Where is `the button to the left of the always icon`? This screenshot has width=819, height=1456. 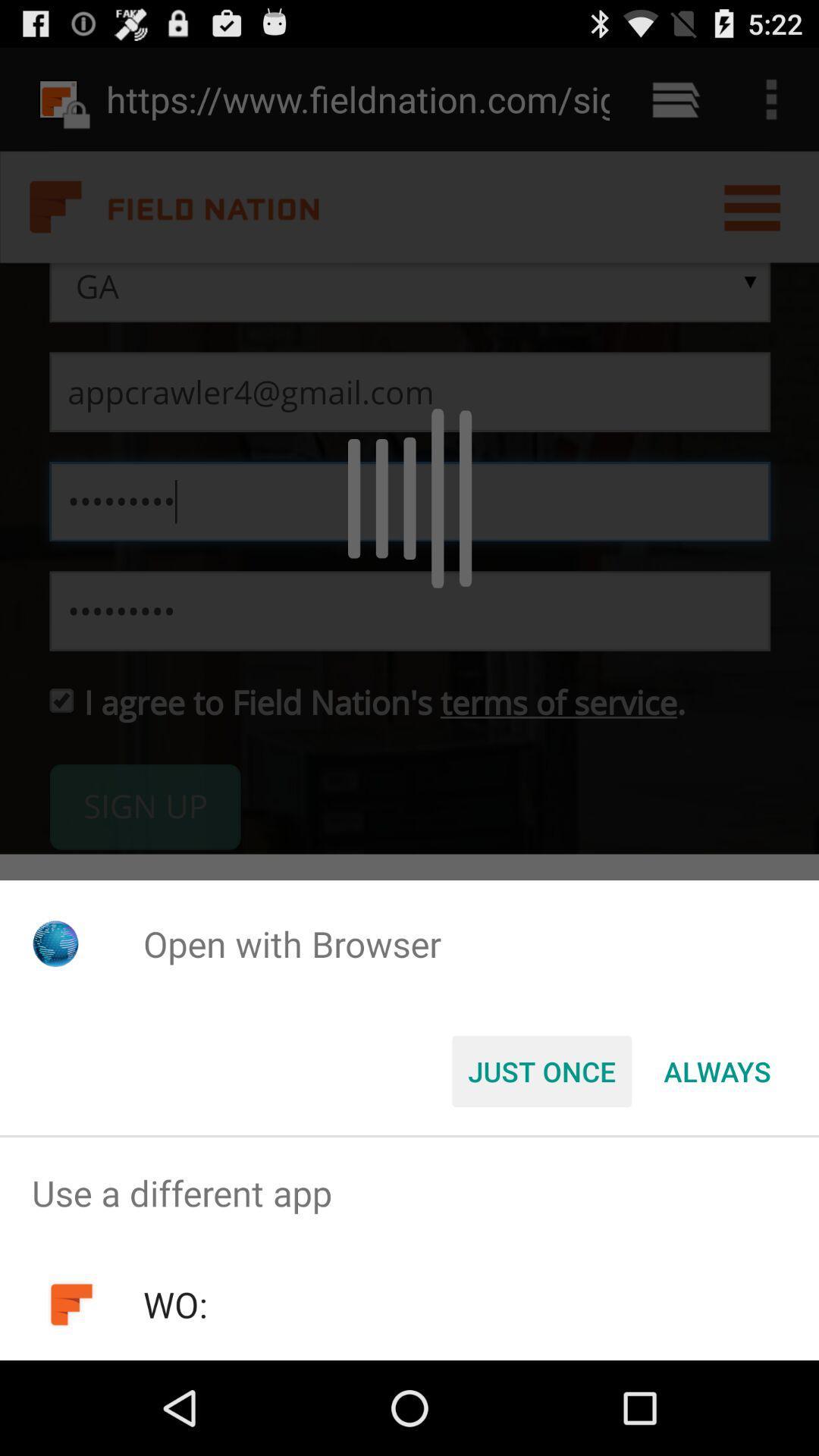
the button to the left of the always icon is located at coordinates (541, 1070).